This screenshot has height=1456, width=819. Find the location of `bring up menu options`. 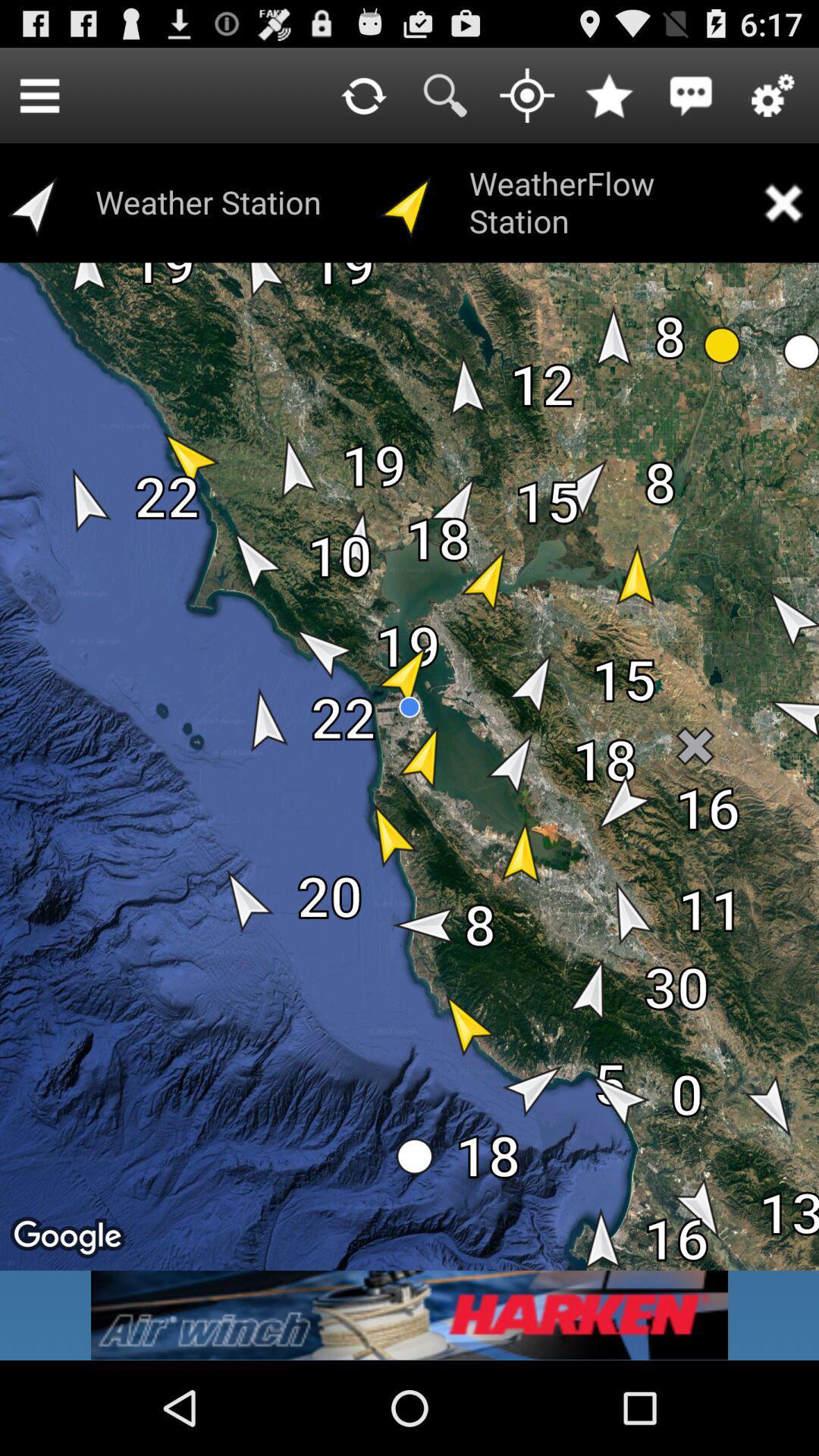

bring up menu options is located at coordinates (39, 94).